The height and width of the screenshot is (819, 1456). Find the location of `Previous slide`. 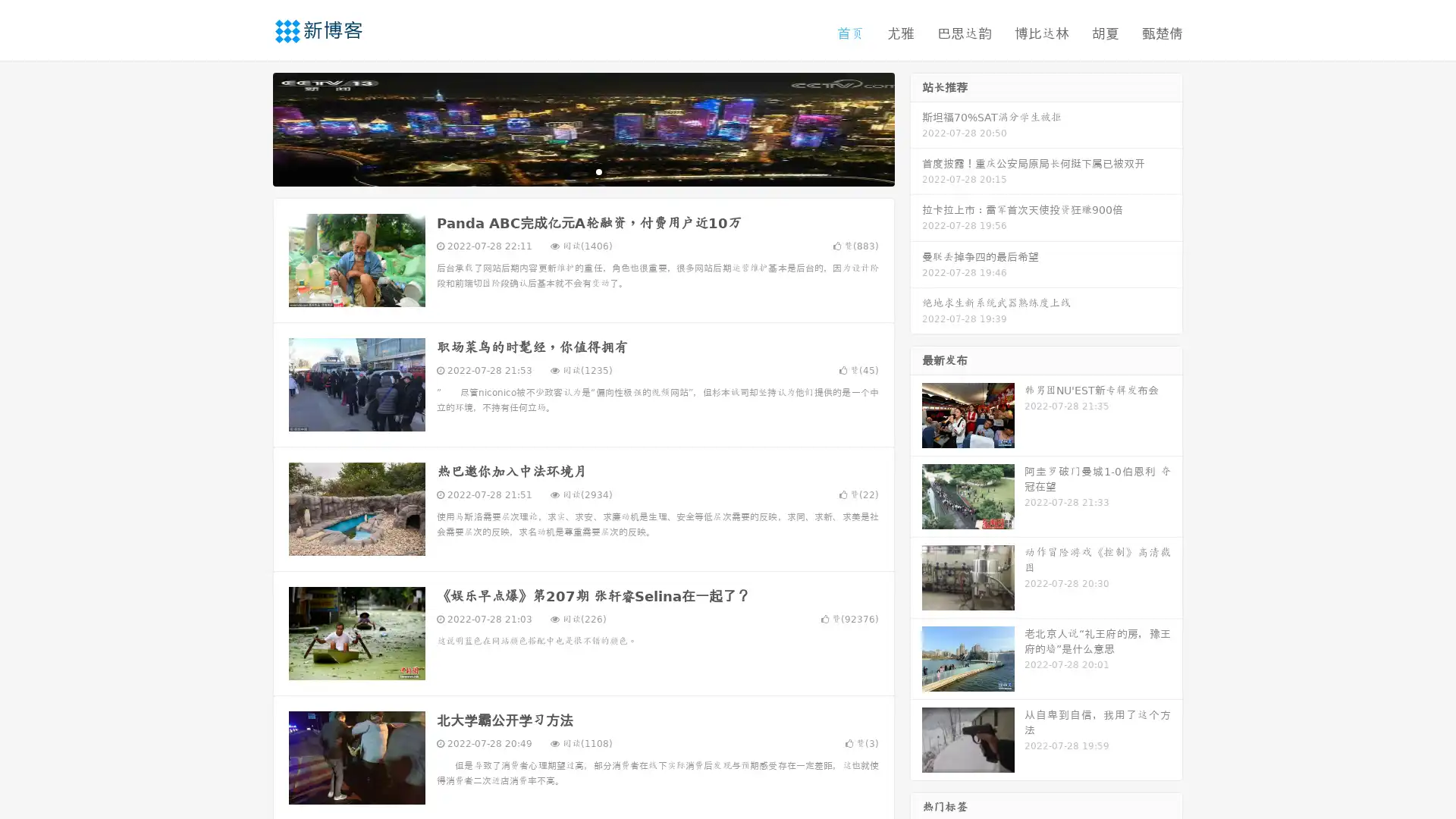

Previous slide is located at coordinates (250, 127).